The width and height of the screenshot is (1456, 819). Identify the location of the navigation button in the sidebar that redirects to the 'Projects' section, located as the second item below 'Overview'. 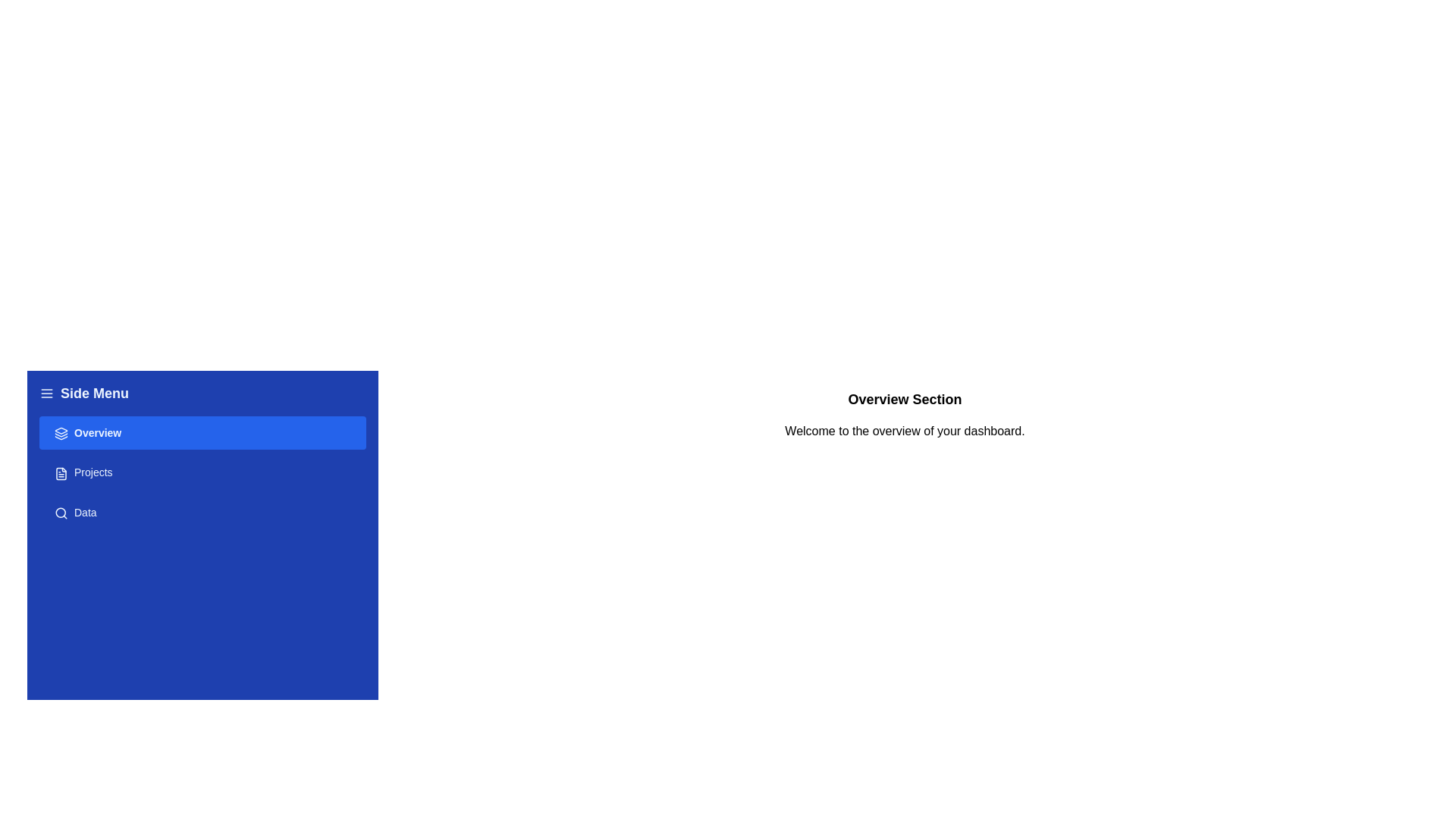
(202, 472).